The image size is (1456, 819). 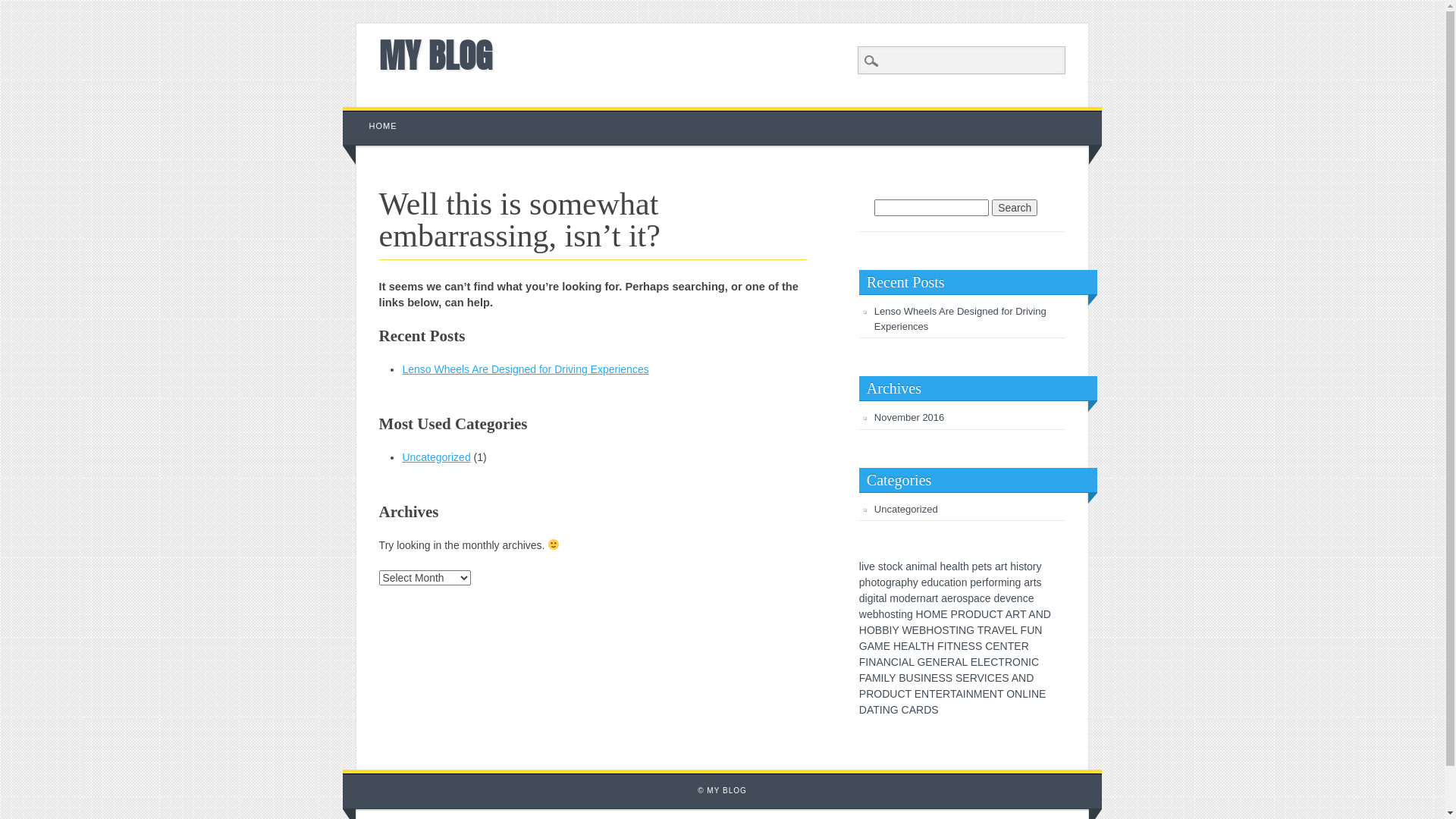 What do you see at coordinates (905, 598) in the screenshot?
I see `'d'` at bounding box center [905, 598].